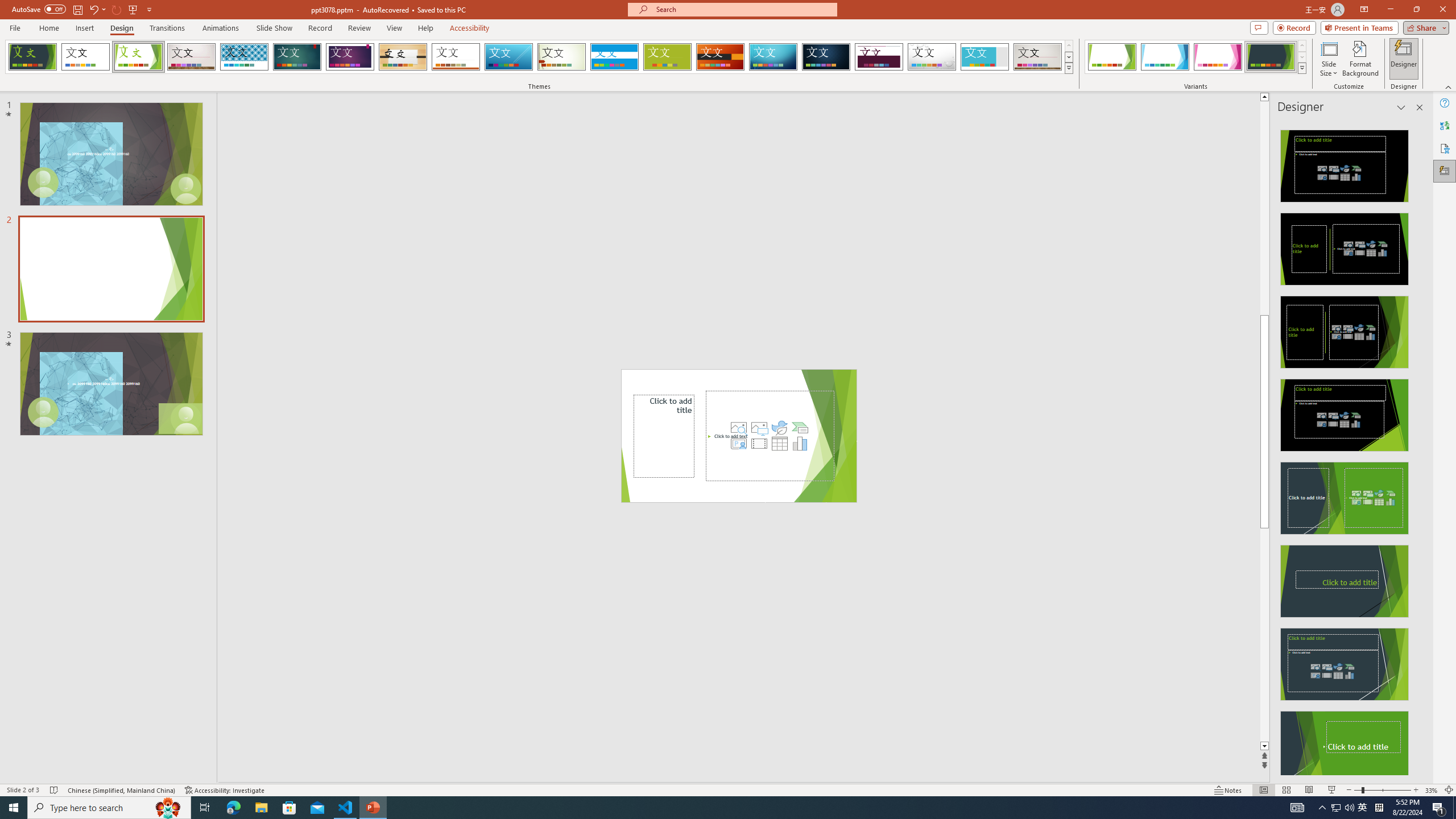 Image resolution: width=1456 pixels, height=819 pixels. Describe the element at coordinates (1418, 447) in the screenshot. I see `'Class: NetUIScrollBar'` at that location.